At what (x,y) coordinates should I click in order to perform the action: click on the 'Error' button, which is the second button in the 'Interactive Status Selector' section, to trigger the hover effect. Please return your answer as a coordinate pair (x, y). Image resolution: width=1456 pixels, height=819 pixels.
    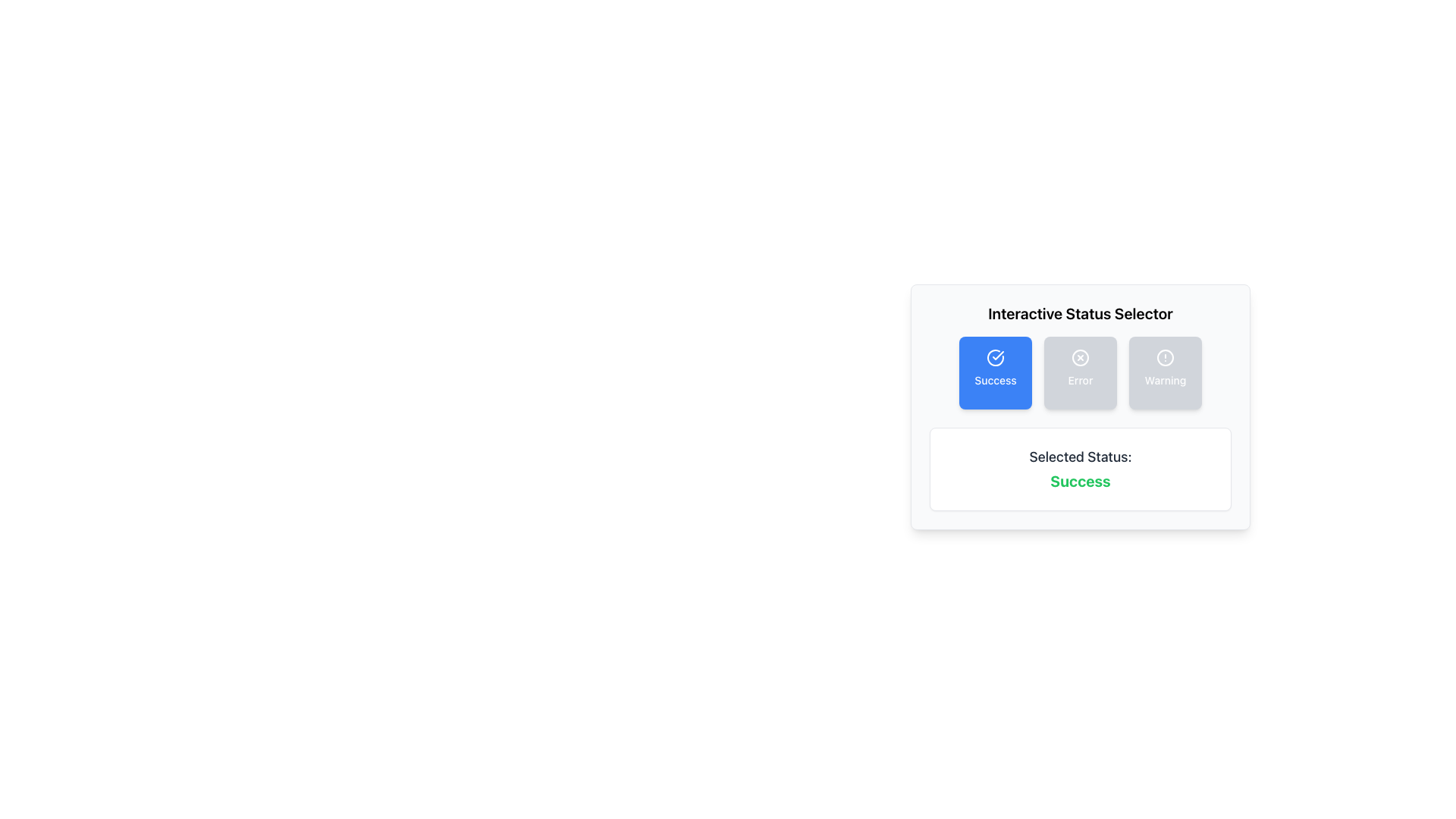
    Looking at the image, I should click on (1080, 373).